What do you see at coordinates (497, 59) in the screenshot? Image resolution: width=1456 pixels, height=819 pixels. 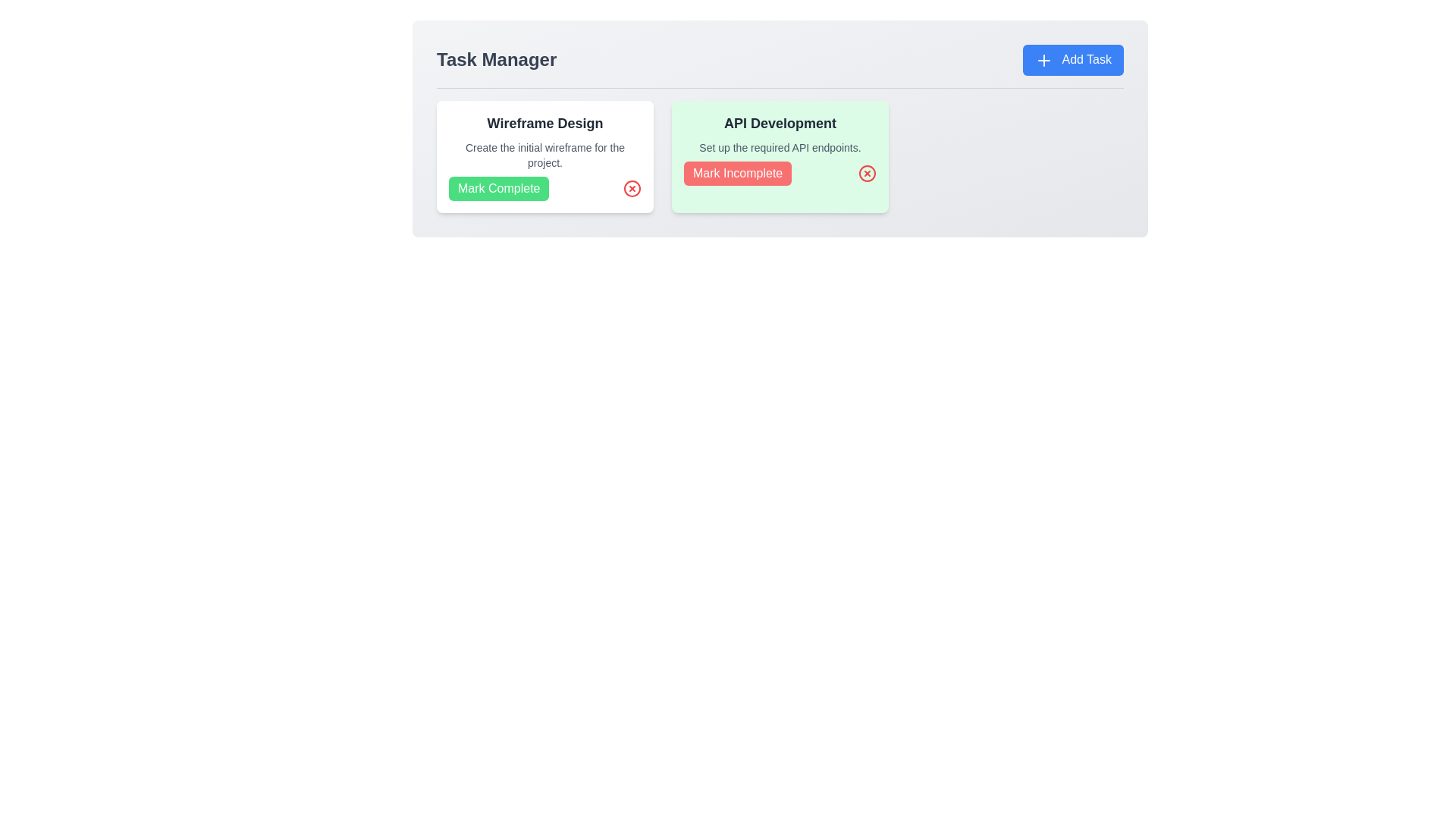 I see `the 'Task Manager' text label, which is a large, bold, dark gray text on a light gray background, positioned in the header section of the interface` at bounding box center [497, 59].